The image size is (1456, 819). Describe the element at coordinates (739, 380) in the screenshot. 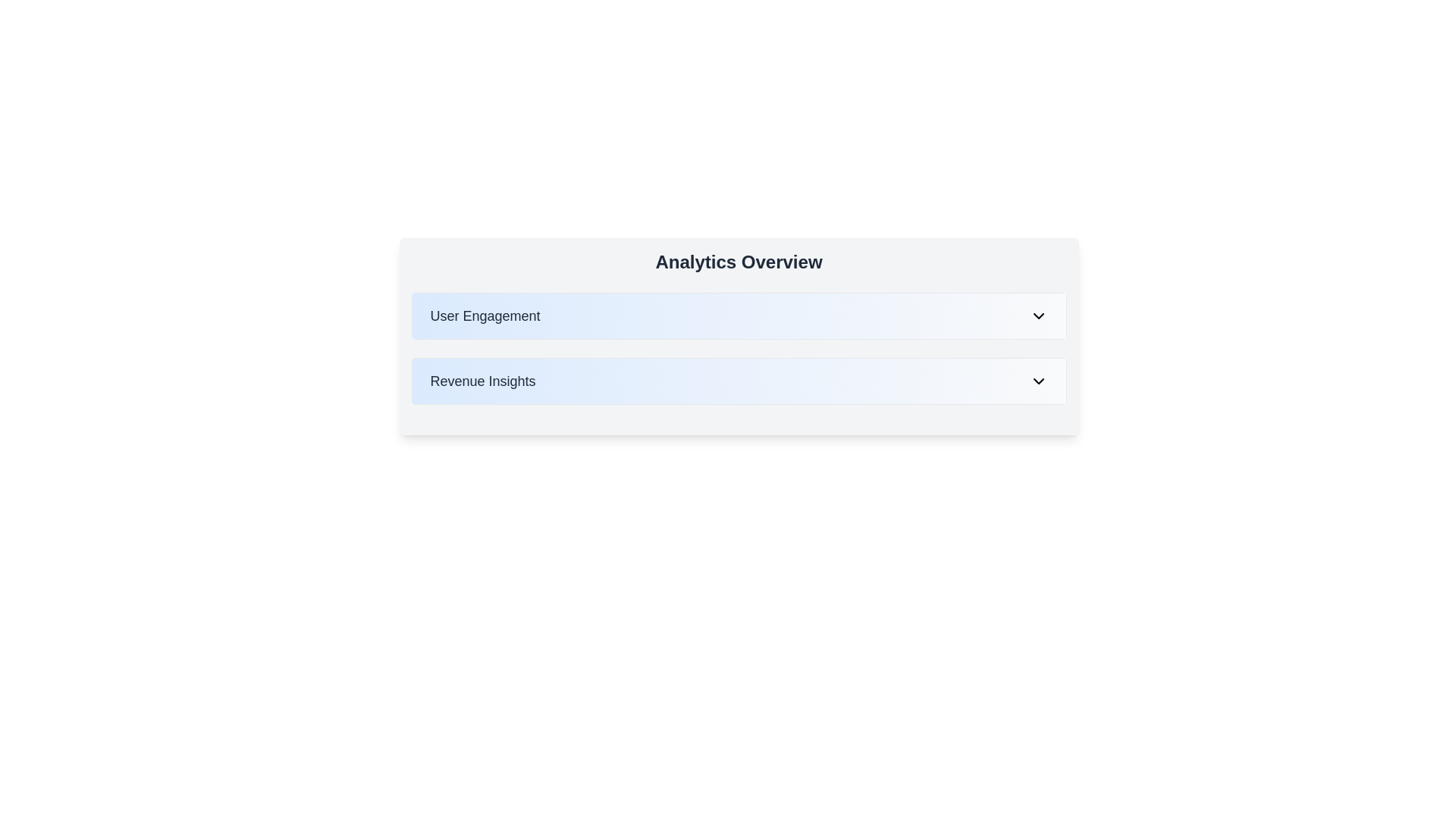

I see `the 'Revenue Insights' dropdown toggle button in the Analytics Overview section` at that location.